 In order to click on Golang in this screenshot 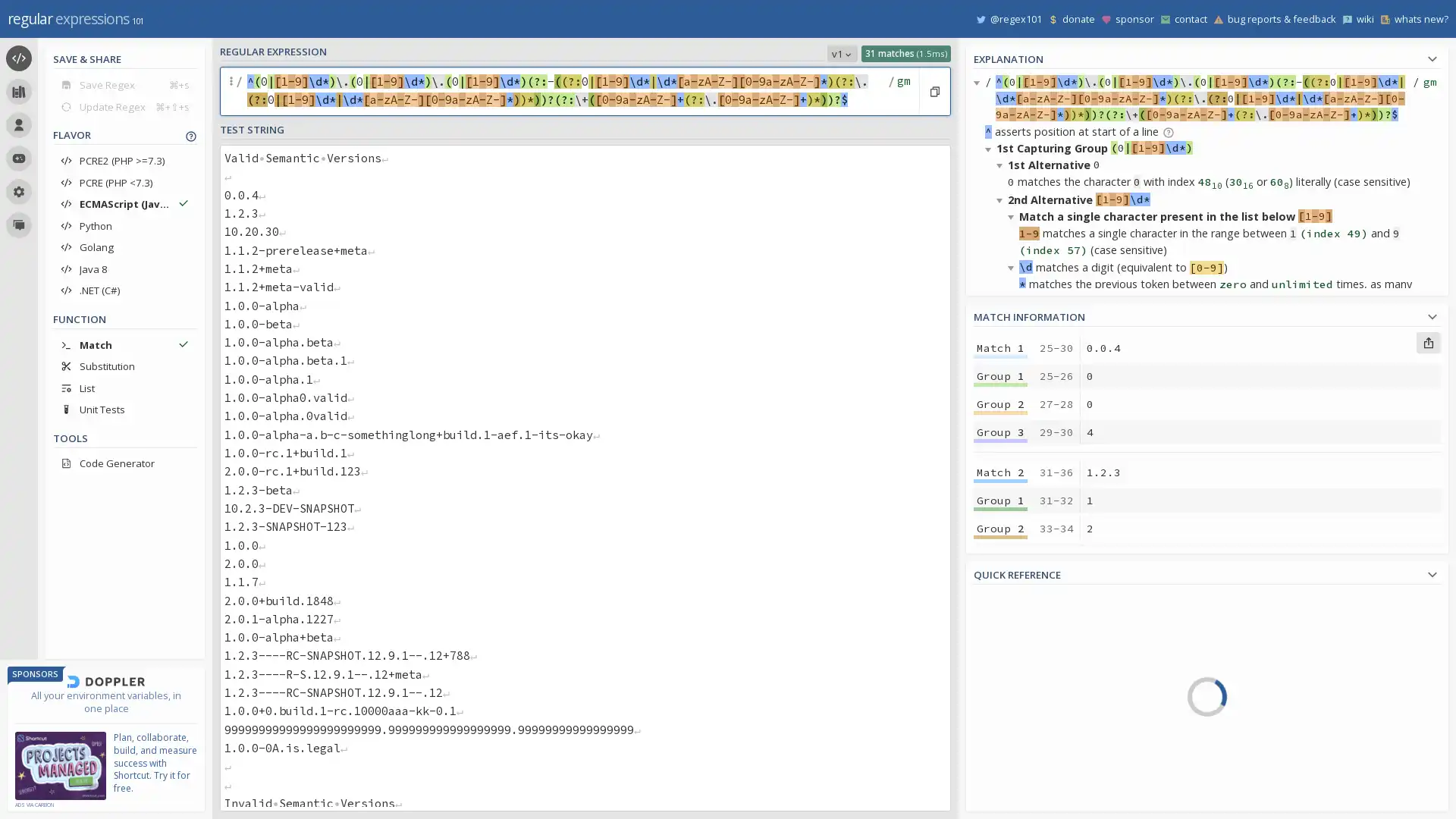, I will do `click(124, 246)`.